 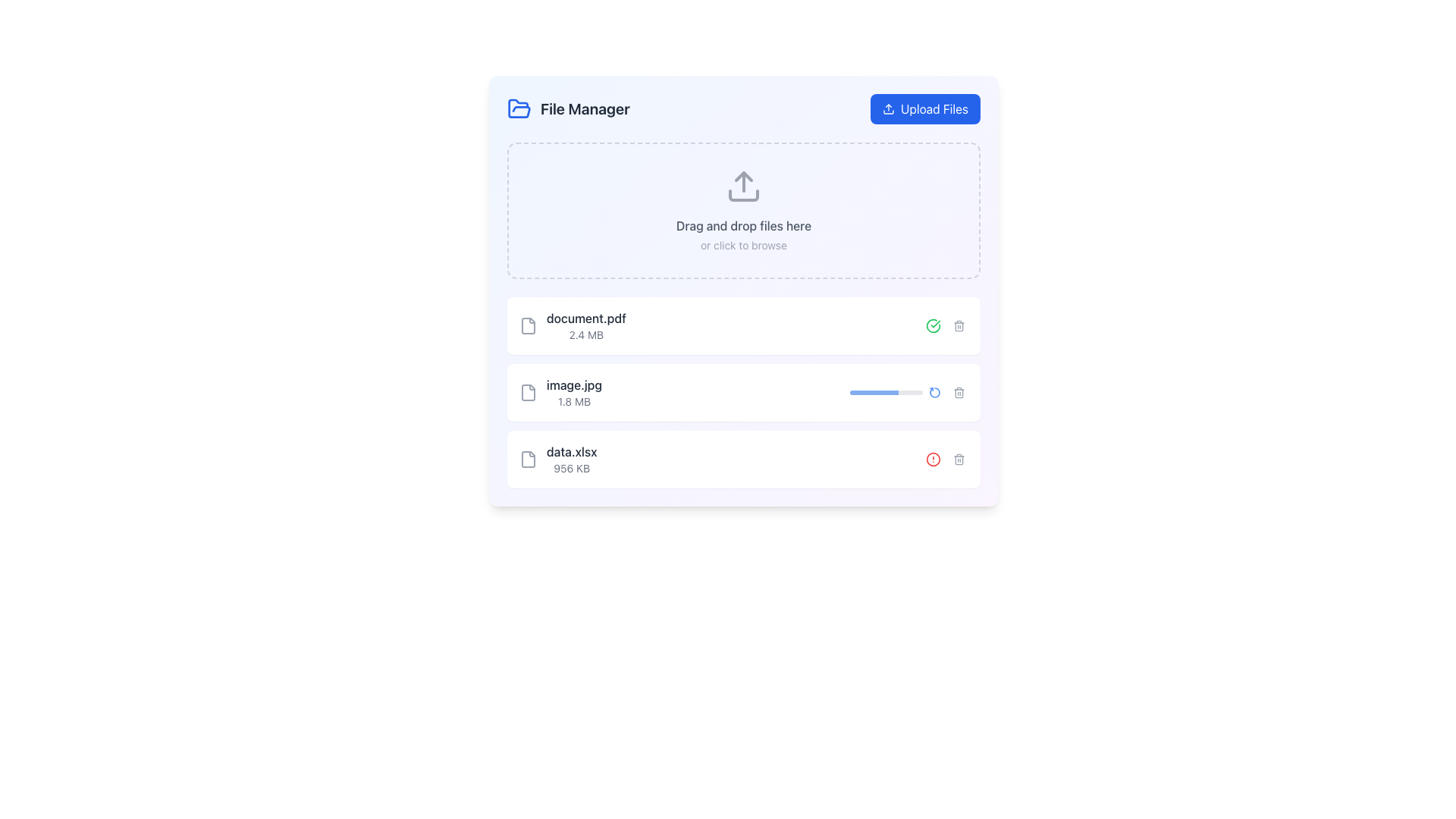 What do you see at coordinates (528, 391) in the screenshot?
I see `file icon representing 'image.jpg 1.8 MB' in the file manager interface by clicking on it` at bounding box center [528, 391].